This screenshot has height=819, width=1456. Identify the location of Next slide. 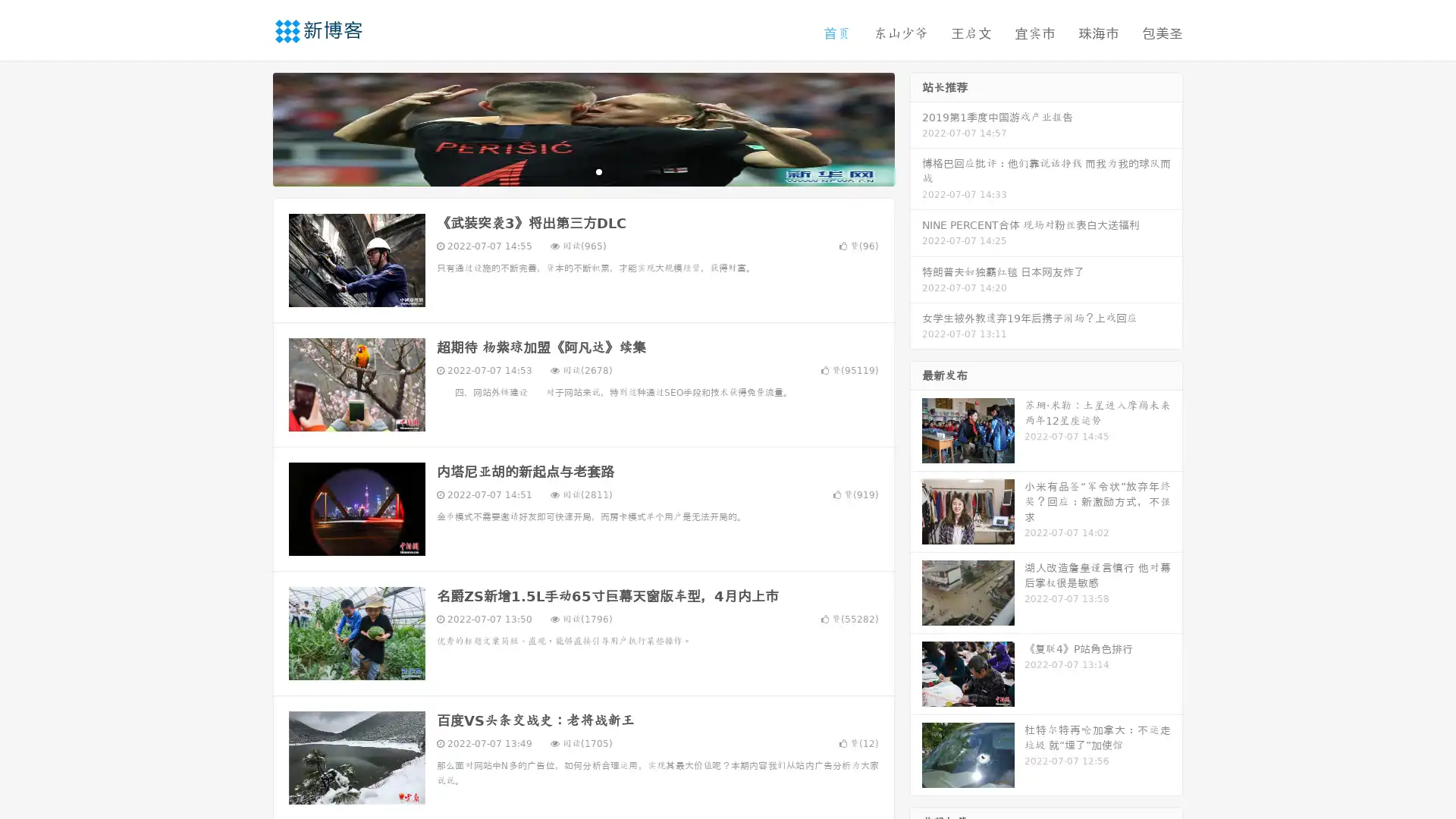
(916, 127).